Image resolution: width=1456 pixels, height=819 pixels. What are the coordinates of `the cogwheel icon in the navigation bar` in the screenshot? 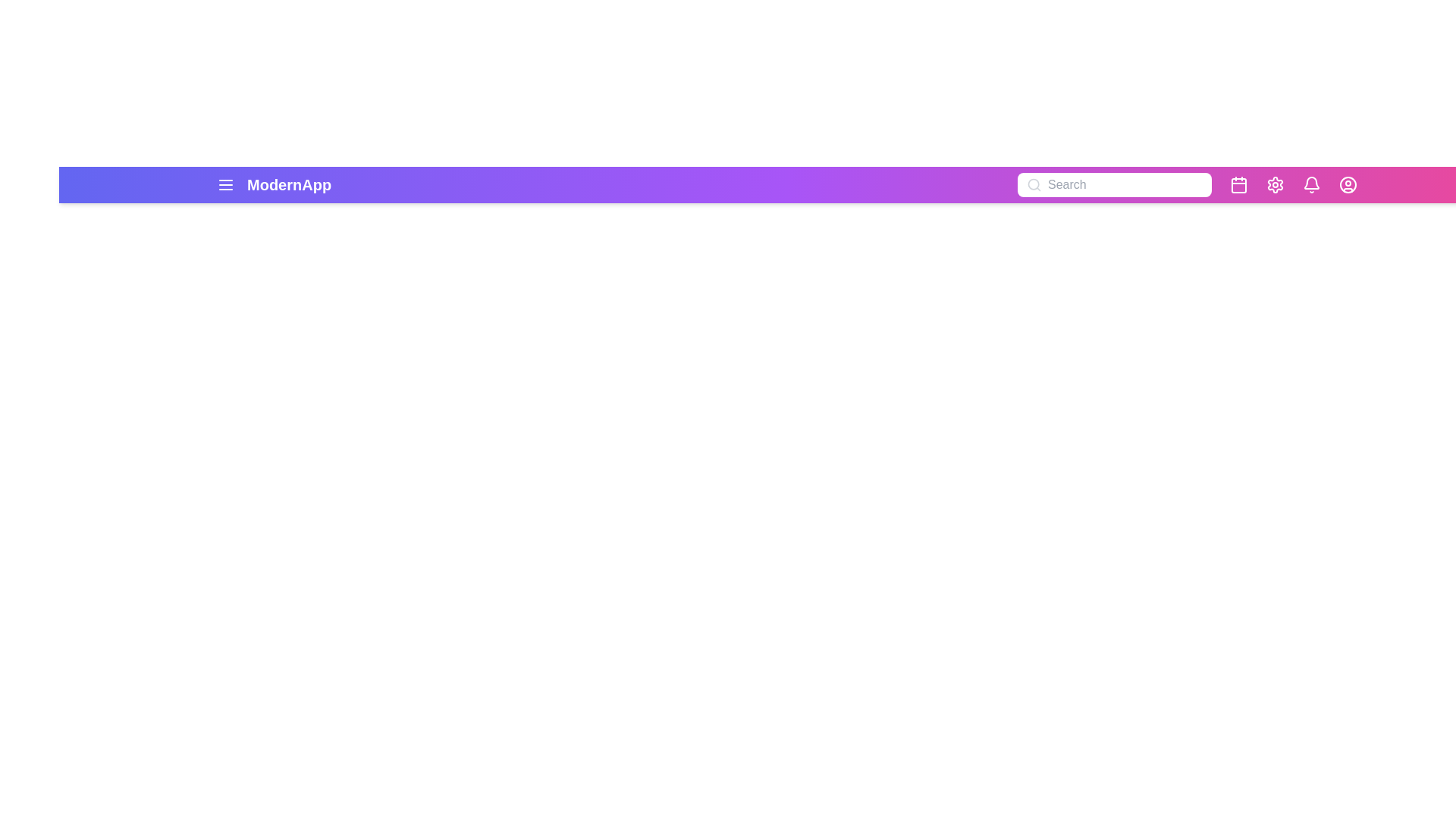 It's located at (1274, 184).